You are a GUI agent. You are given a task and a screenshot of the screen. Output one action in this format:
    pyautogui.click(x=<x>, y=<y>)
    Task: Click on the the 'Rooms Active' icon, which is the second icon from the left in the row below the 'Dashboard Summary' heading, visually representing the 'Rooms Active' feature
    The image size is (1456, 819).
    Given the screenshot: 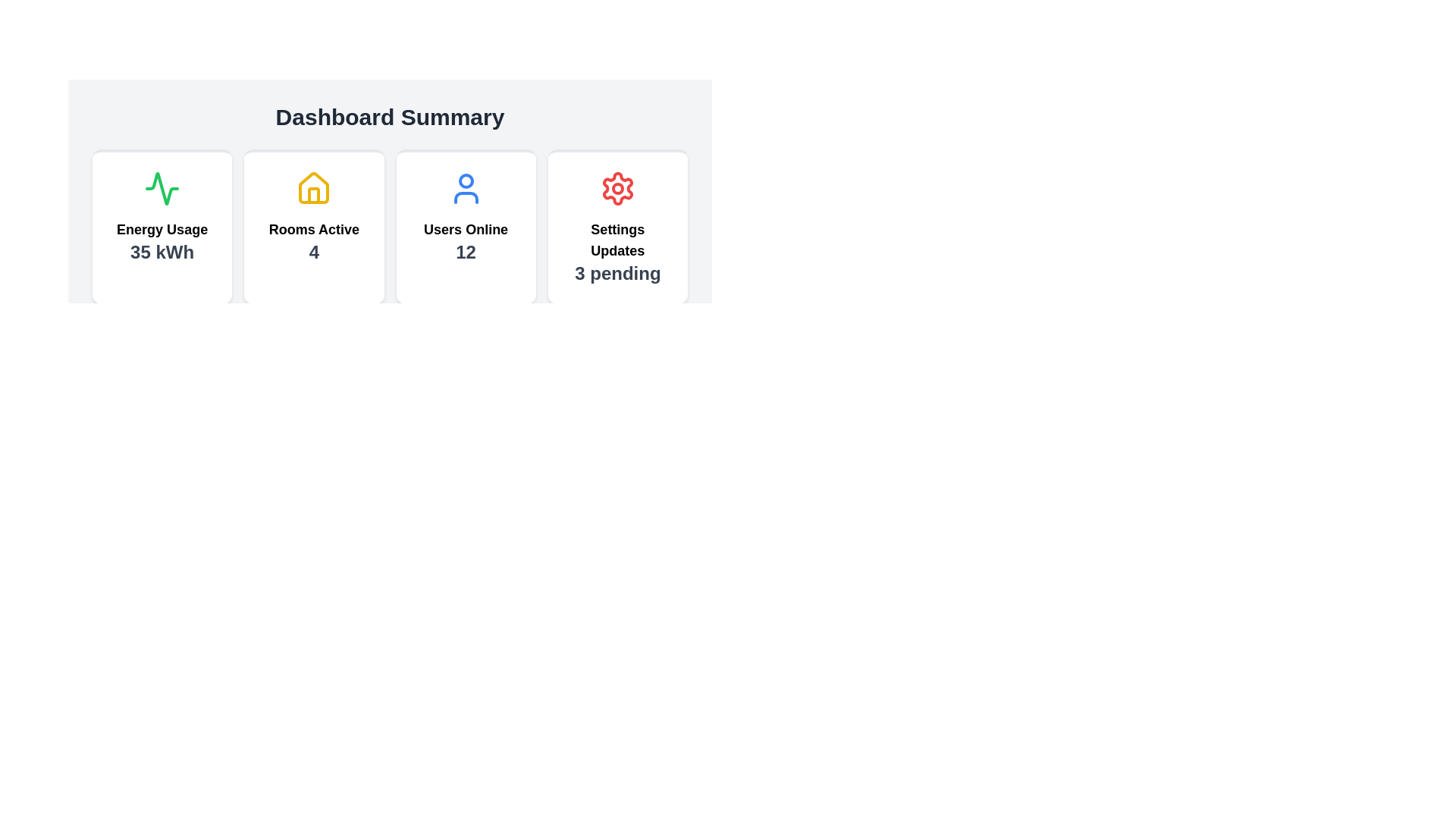 What is the action you would take?
    pyautogui.click(x=313, y=187)
    